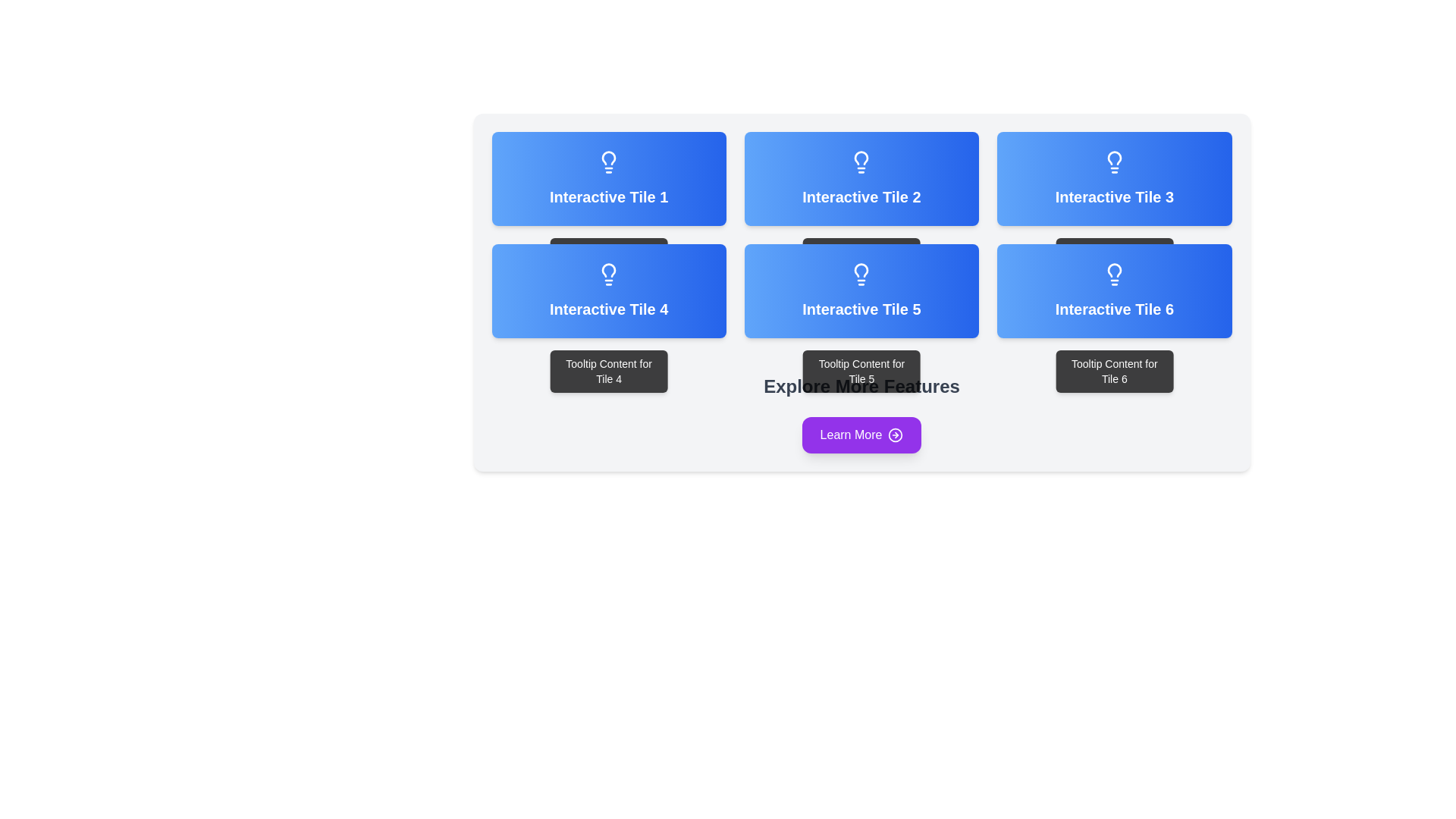  What do you see at coordinates (609, 371) in the screenshot?
I see `text of the tooltip located directly beneath 'Interactive Tile 4', which is horizontally centered with respect to the tile` at bounding box center [609, 371].